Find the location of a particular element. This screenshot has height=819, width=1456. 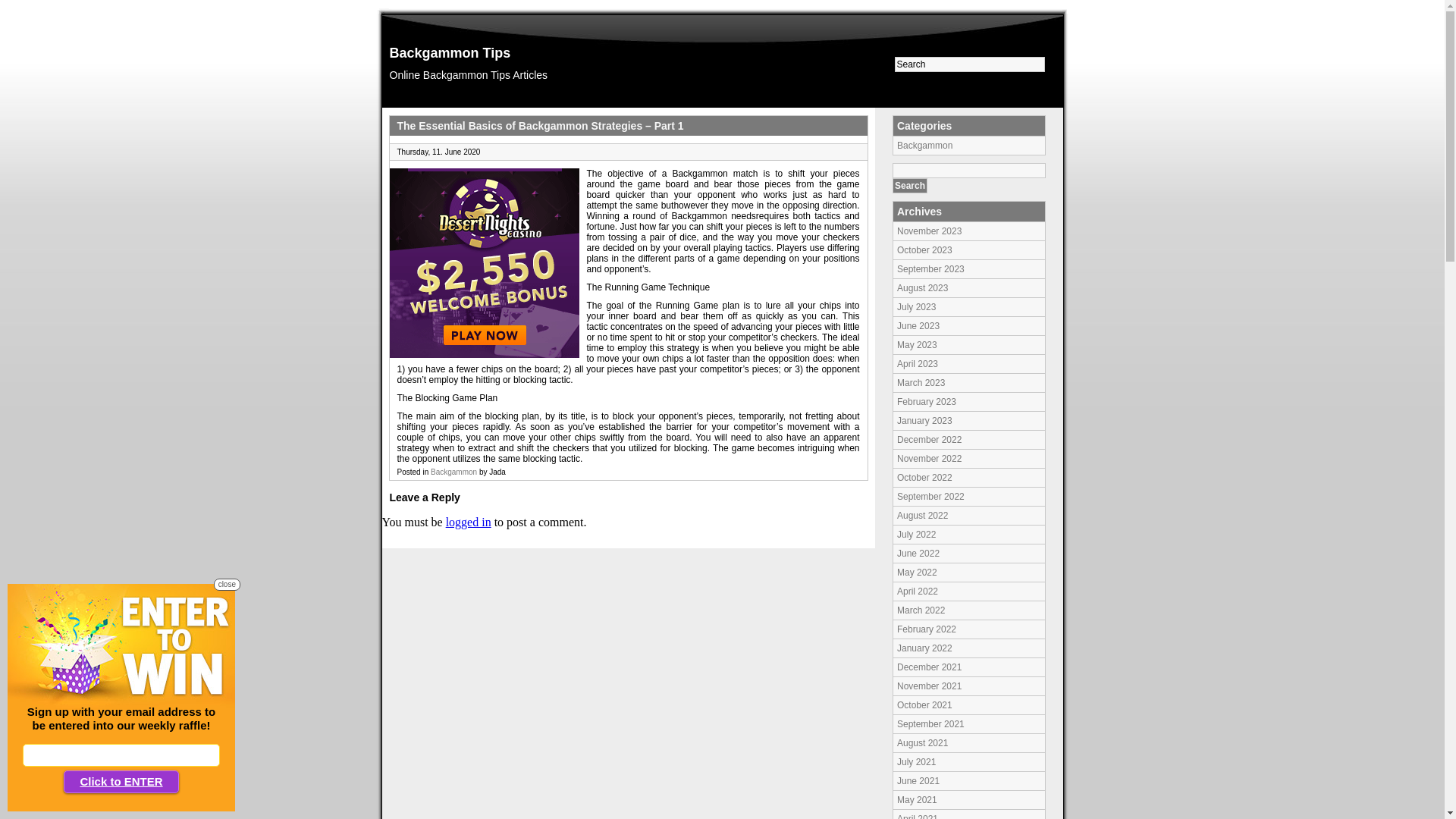

'June 2022' is located at coordinates (896, 553).